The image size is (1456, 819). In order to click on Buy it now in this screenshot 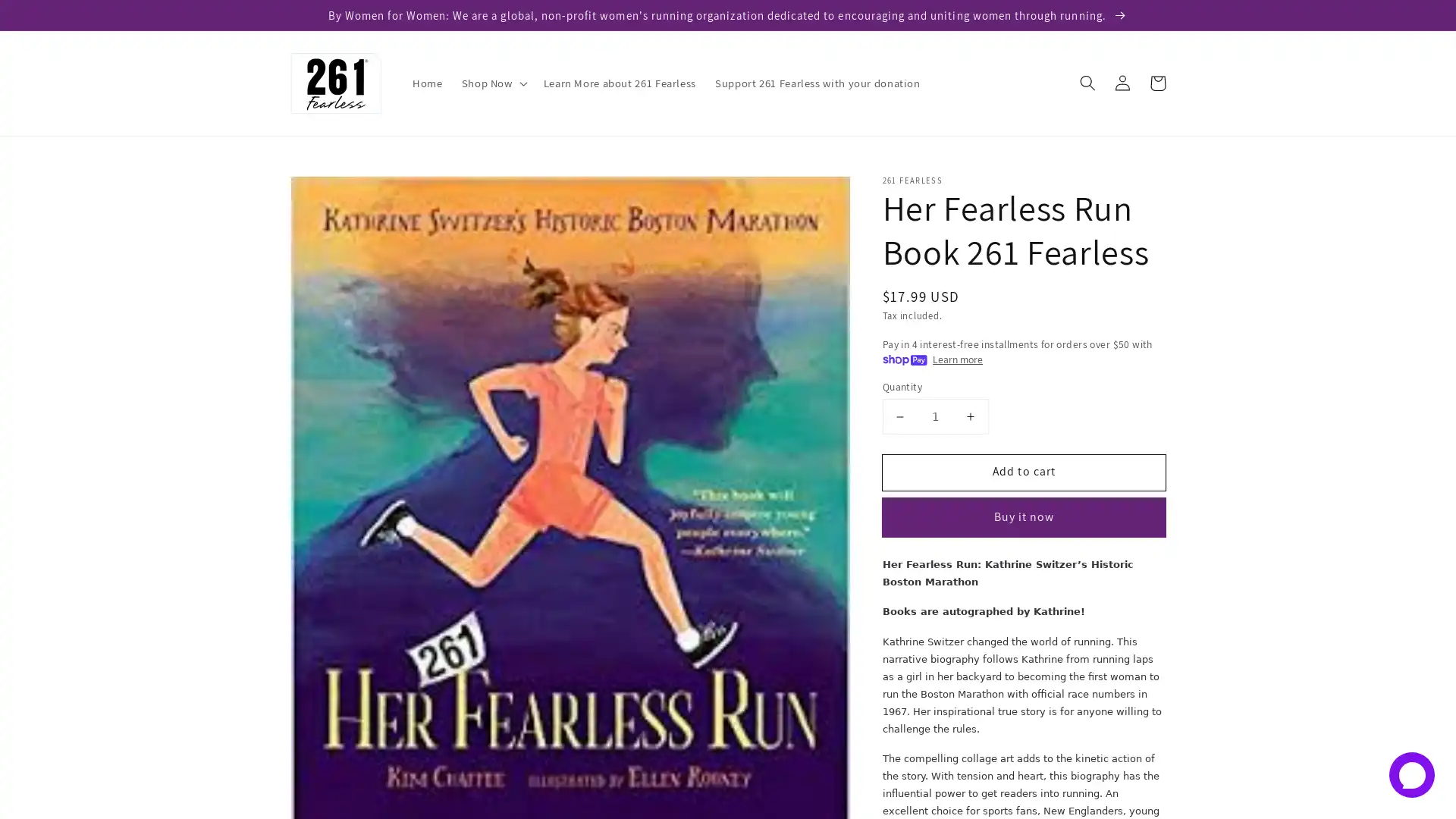, I will do `click(1023, 516)`.